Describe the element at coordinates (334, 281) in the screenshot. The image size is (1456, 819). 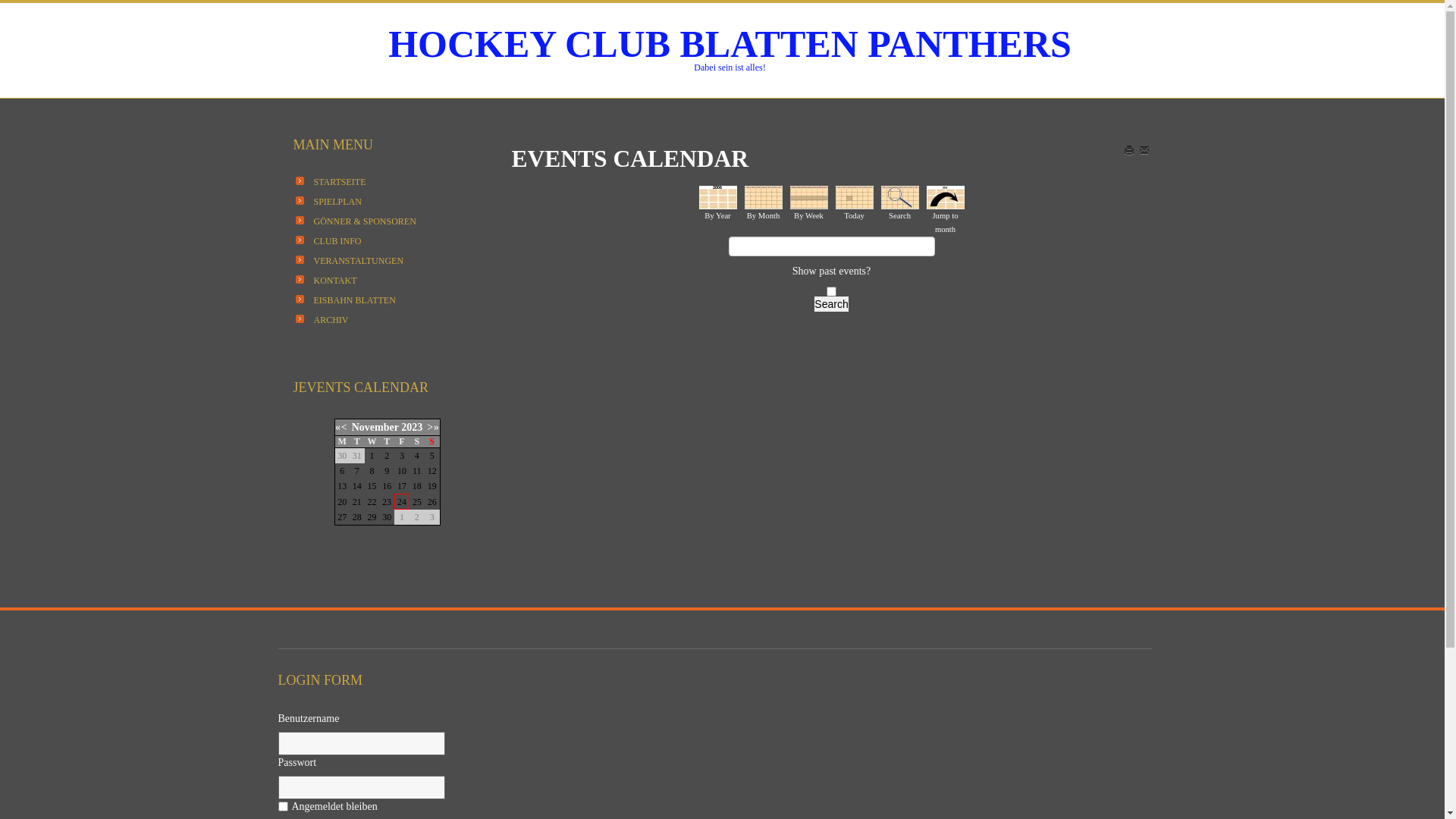
I see `'KONTAKT'` at that location.